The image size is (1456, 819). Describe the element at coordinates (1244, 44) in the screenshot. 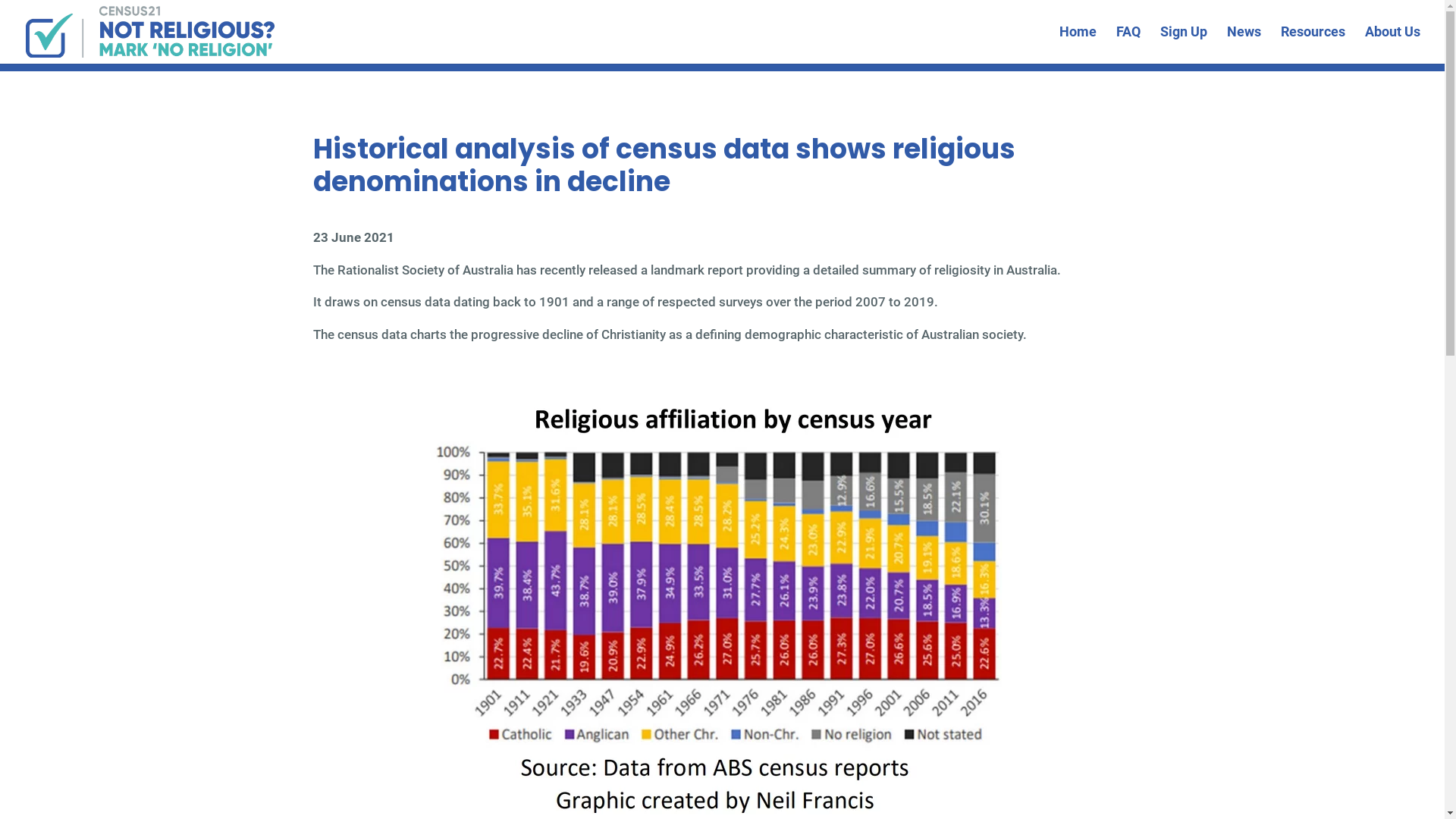

I see `'News'` at that location.